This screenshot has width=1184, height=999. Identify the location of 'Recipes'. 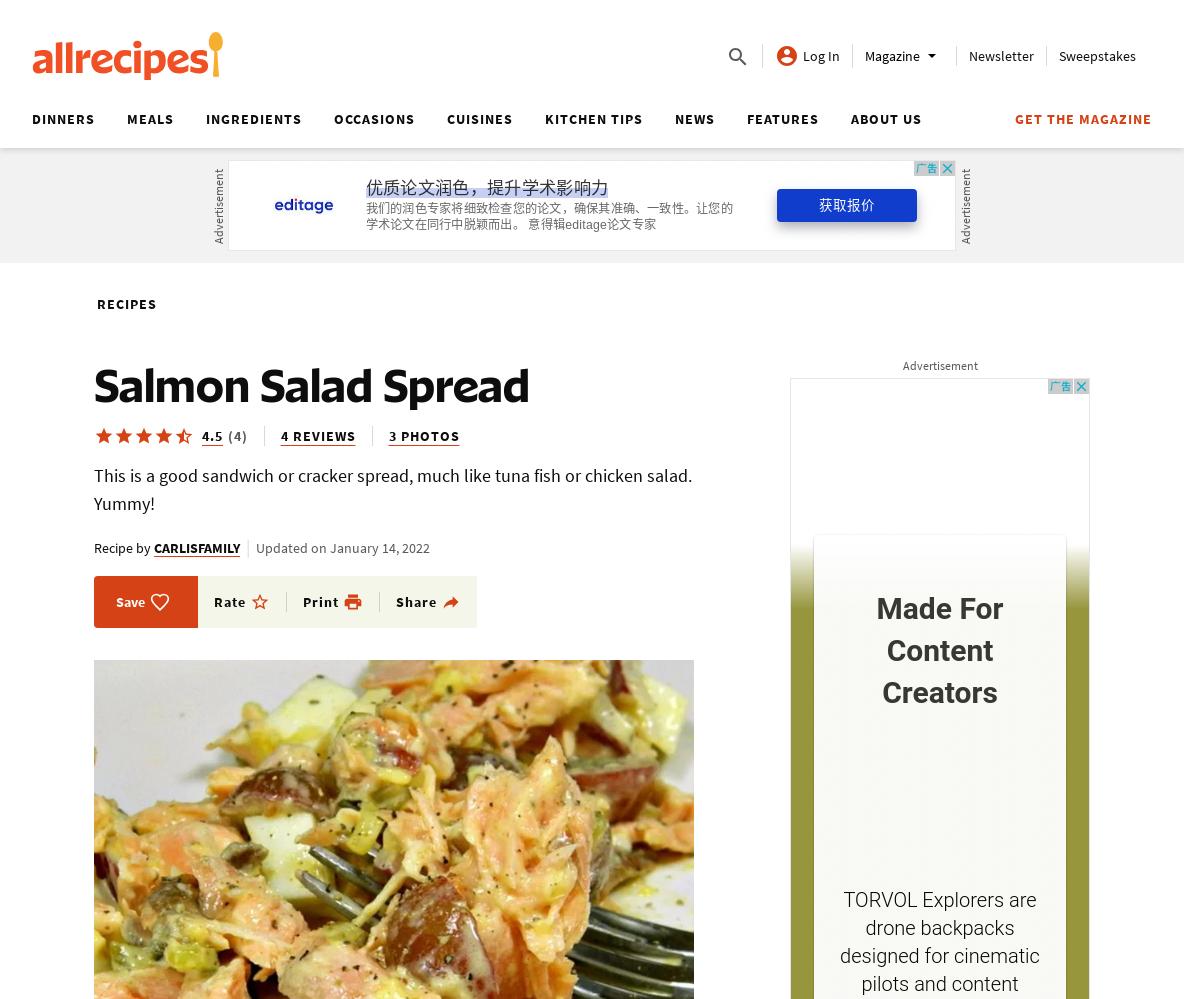
(127, 302).